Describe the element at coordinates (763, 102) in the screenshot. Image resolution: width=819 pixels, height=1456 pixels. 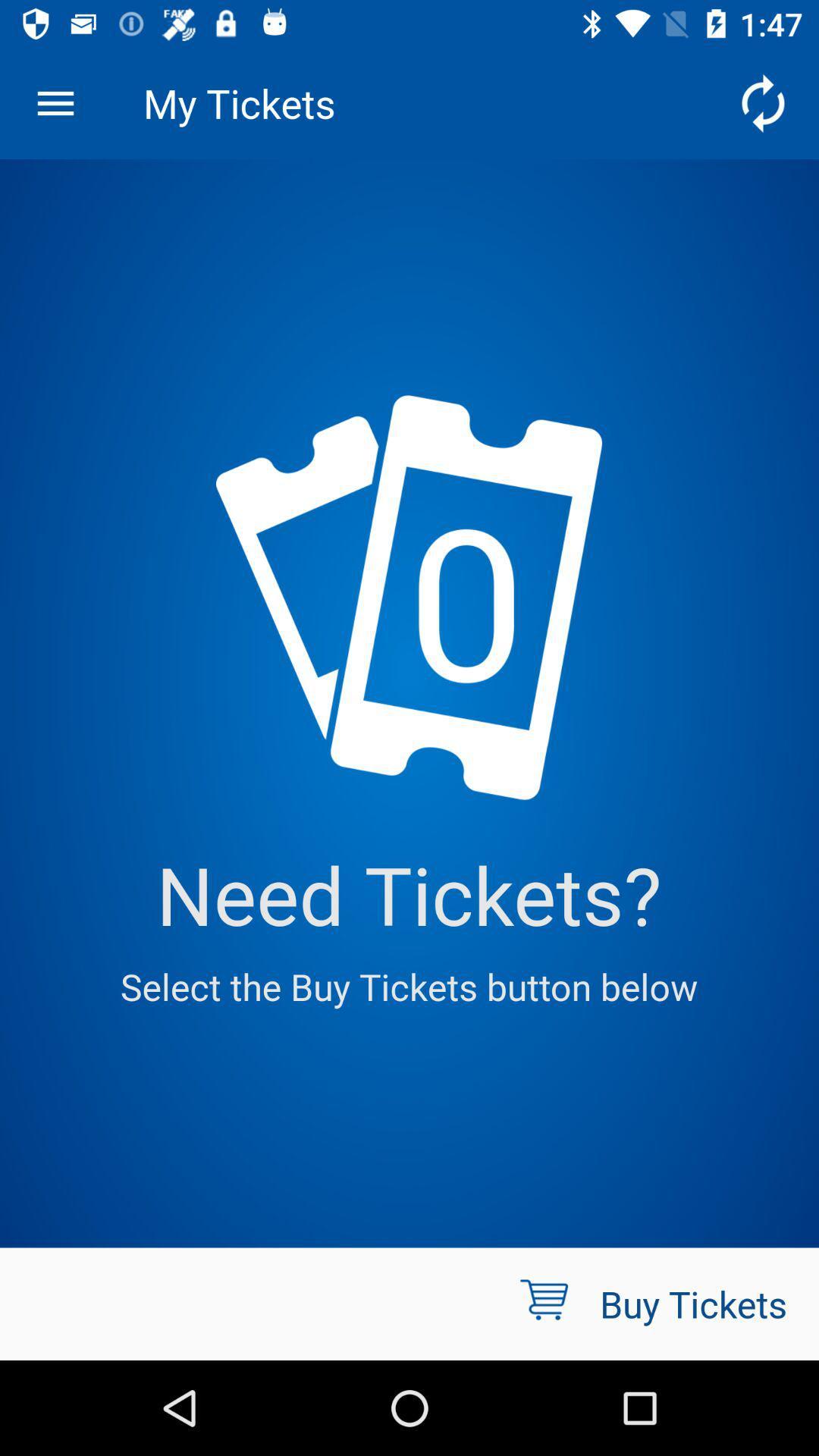
I see `the item above buy tickets` at that location.